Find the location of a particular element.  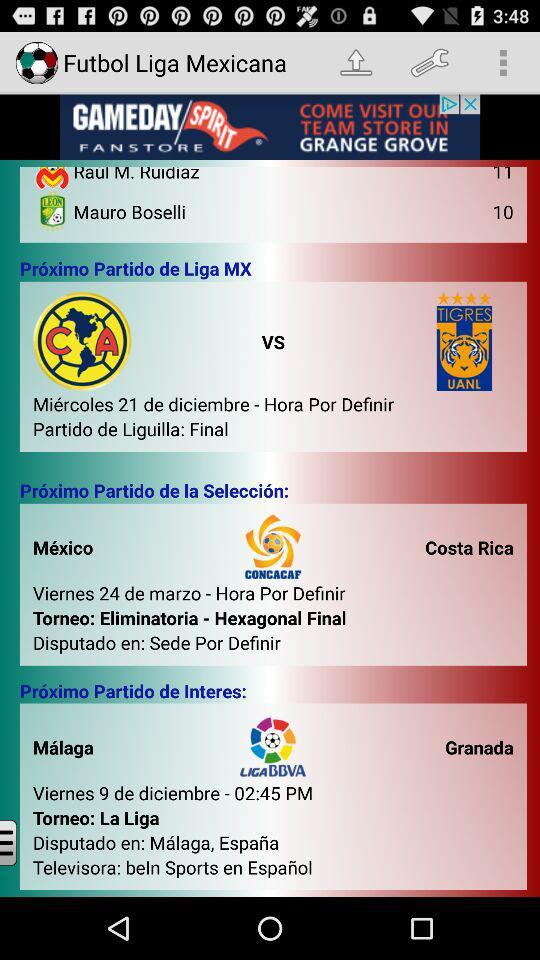

advertisement is located at coordinates (270, 126).